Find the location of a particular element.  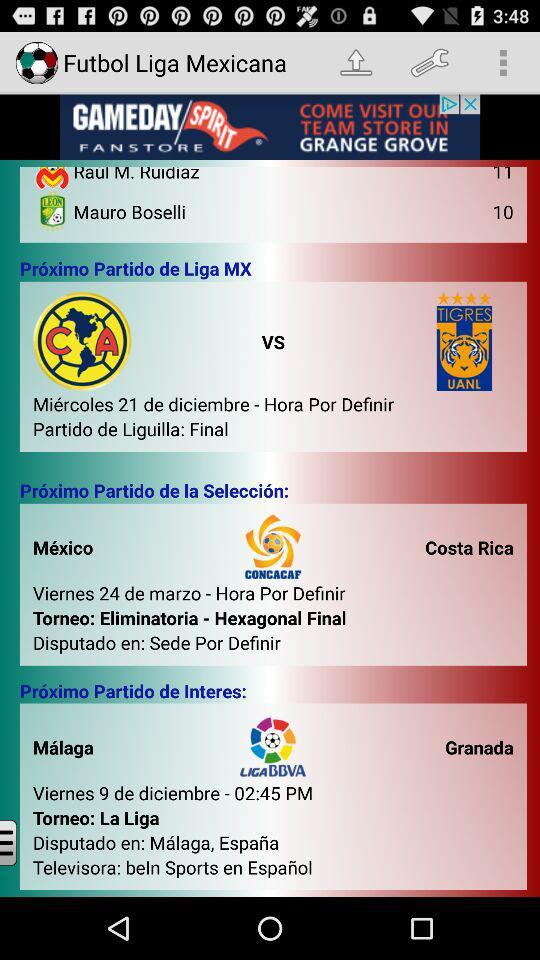

advertisement is located at coordinates (270, 126).